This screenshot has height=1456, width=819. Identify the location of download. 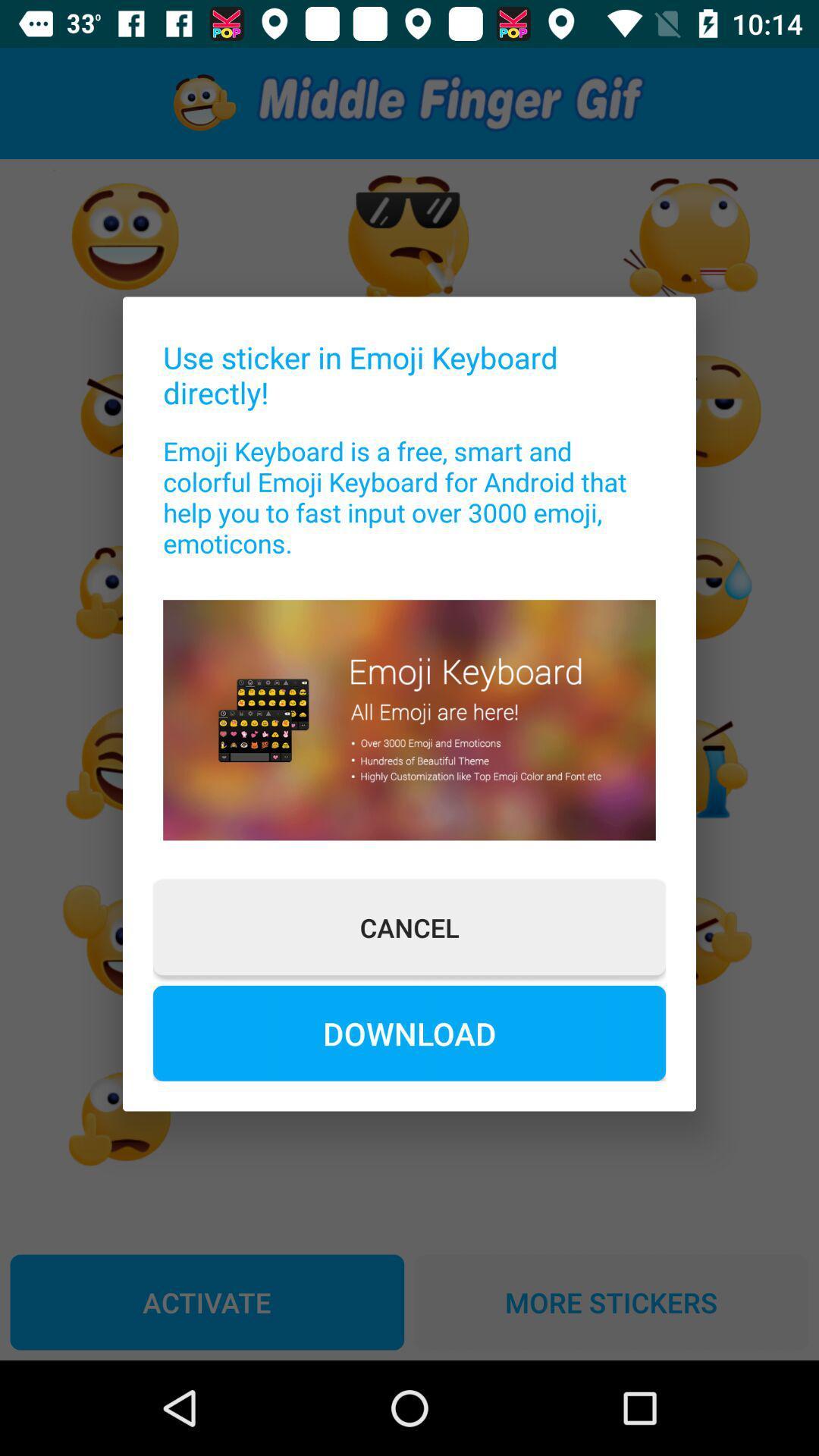
(409, 1032).